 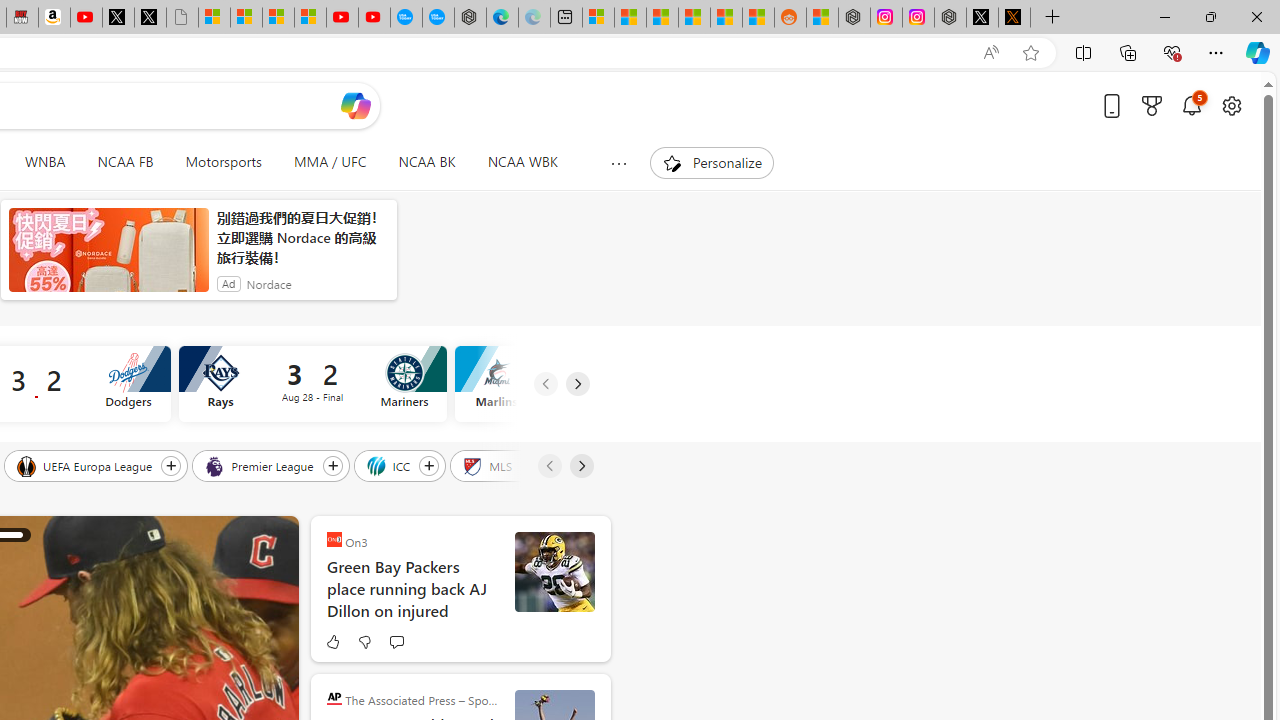 What do you see at coordinates (982, 17) in the screenshot?
I see `'Nordace (@NordaceOfficial) / X'` at bounding box center [982, 17].